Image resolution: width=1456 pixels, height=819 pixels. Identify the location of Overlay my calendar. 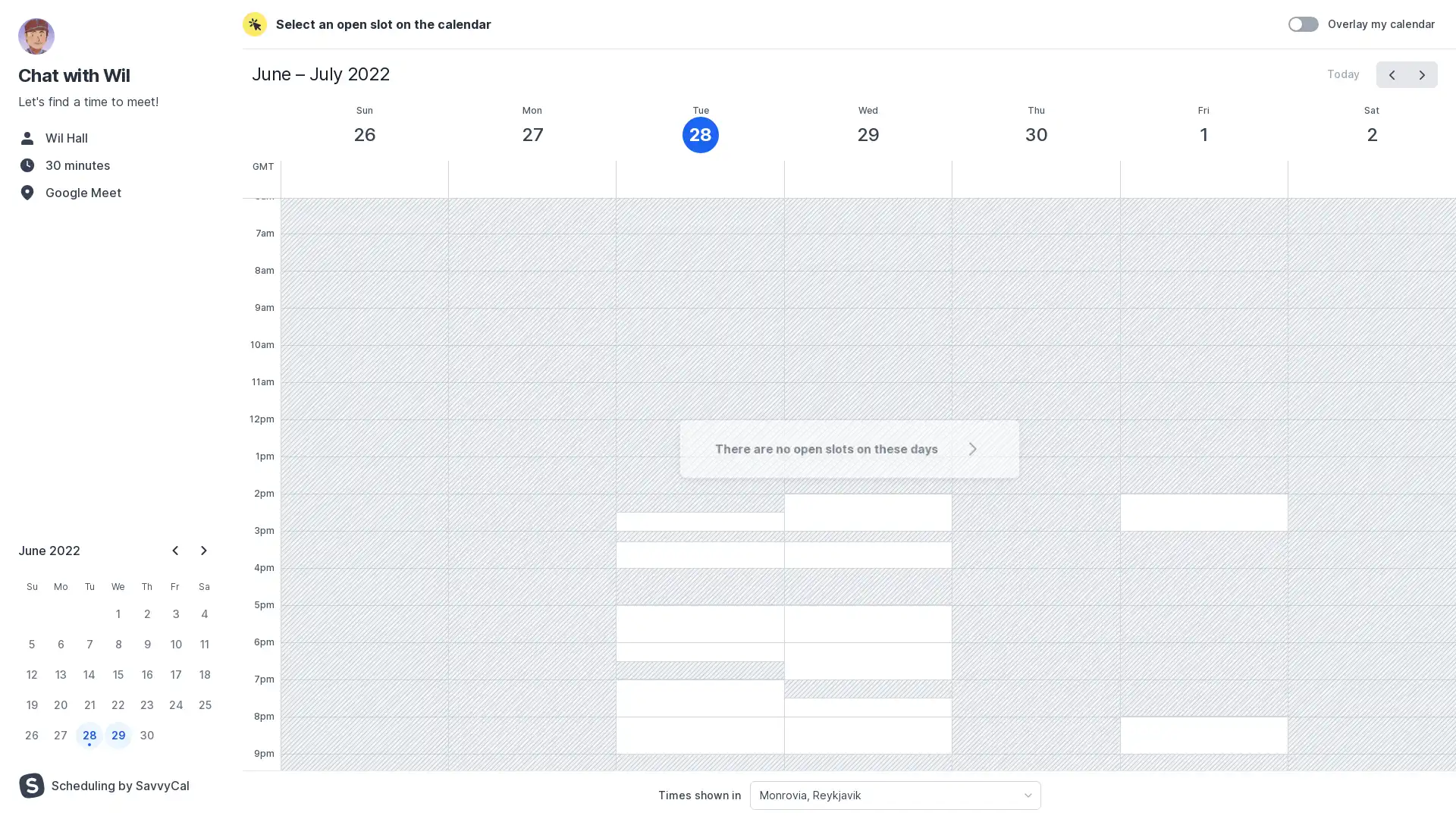
(1361, 24).